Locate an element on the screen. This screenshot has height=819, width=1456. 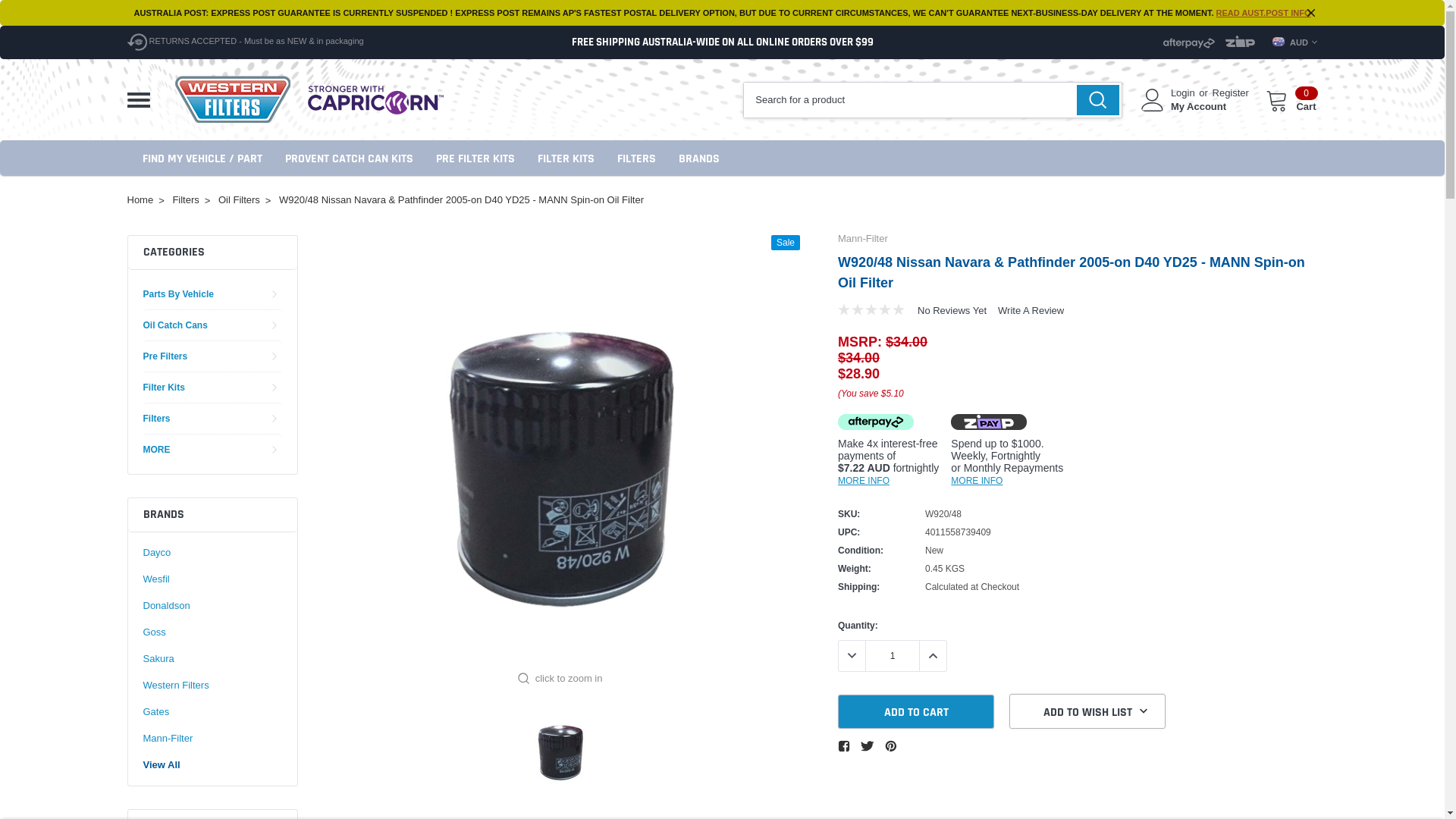
'Toggle menu' is located at coordinates (138, 99).